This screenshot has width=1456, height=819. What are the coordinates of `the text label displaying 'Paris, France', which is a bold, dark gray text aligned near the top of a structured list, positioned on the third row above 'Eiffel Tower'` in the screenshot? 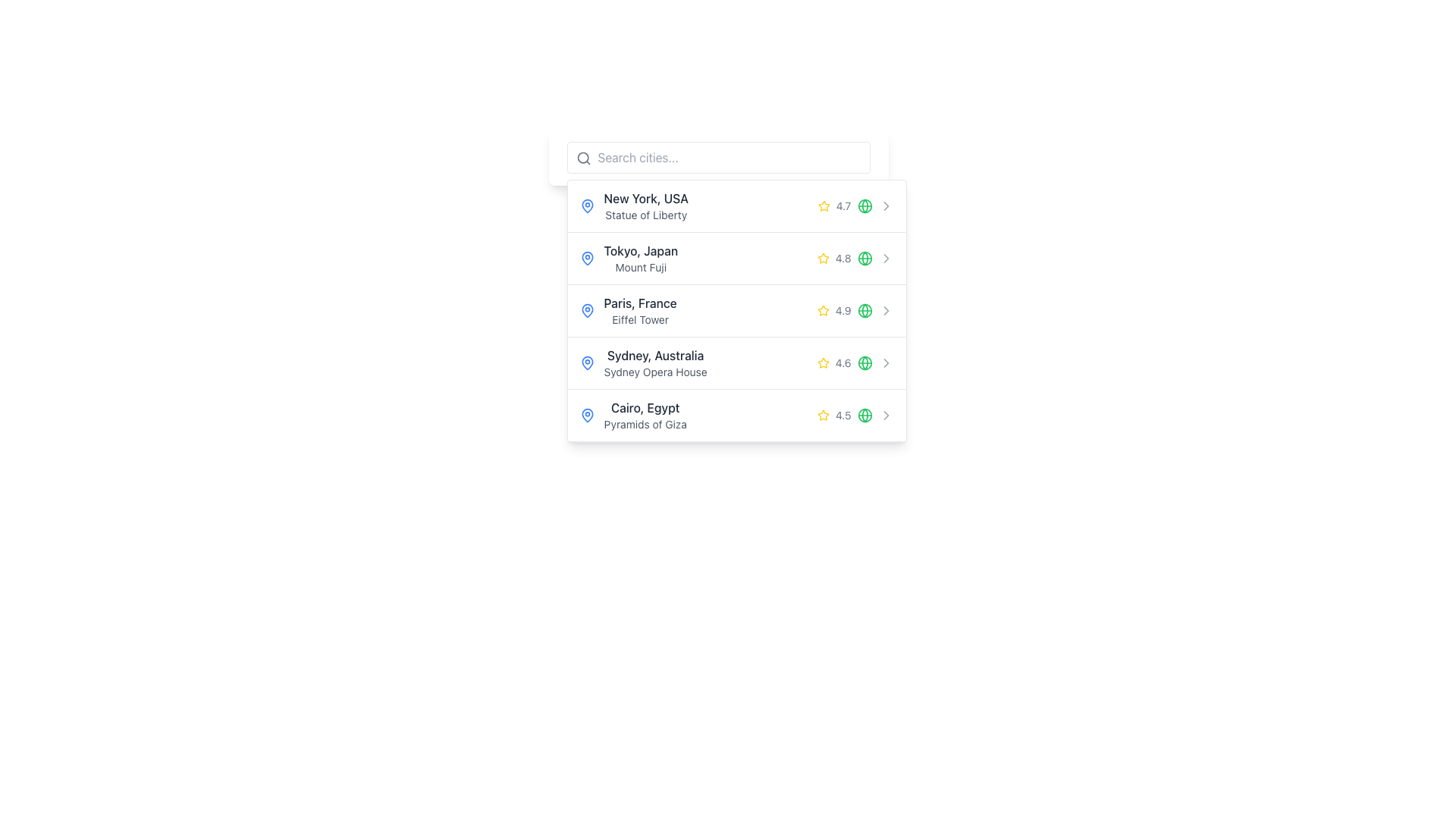 It's located at (640, 303).